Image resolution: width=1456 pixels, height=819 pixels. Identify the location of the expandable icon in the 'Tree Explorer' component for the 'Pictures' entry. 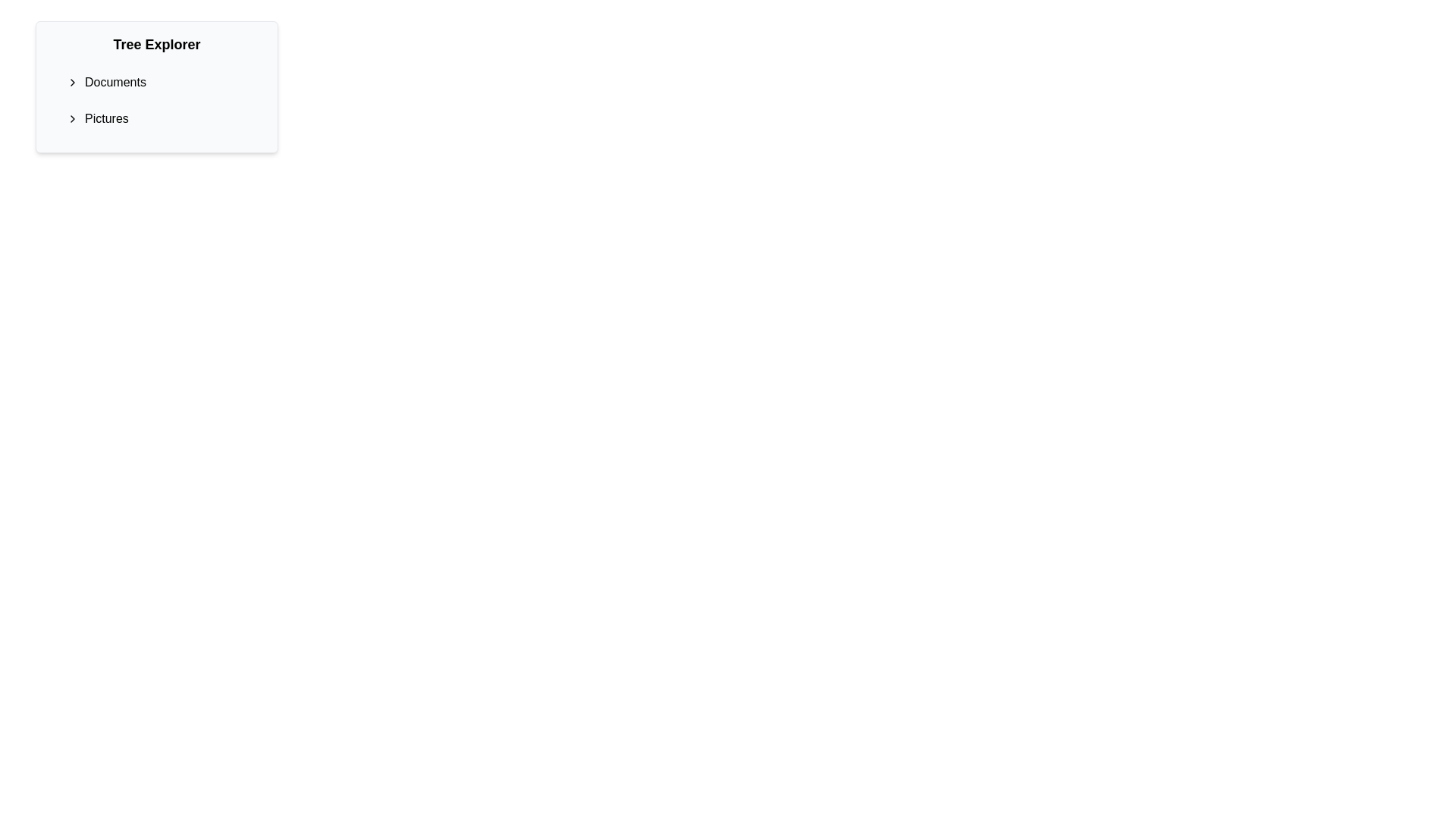
(75, 118).